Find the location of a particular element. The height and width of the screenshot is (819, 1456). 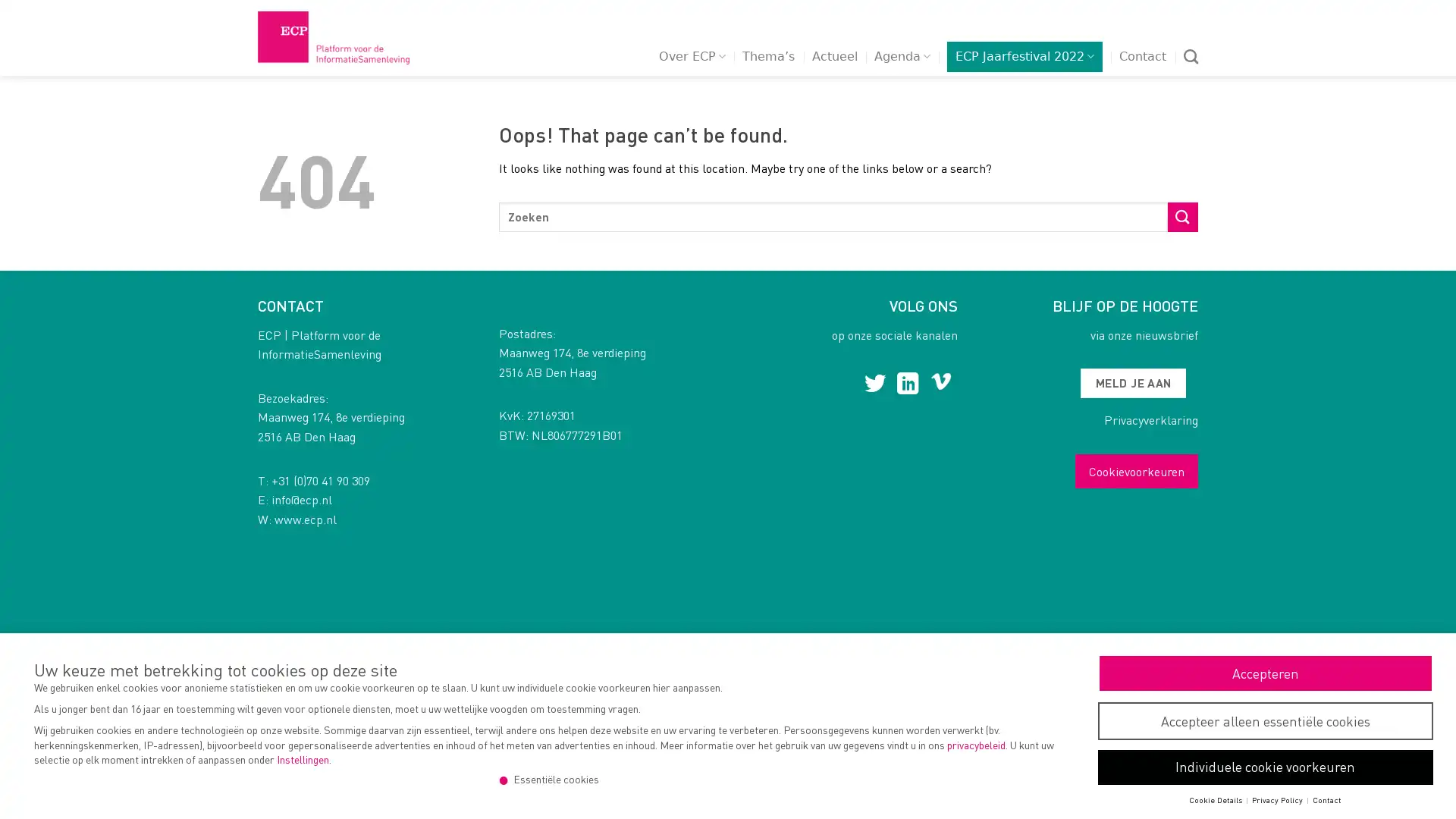

Submit is located at coordinates (1181, 216).